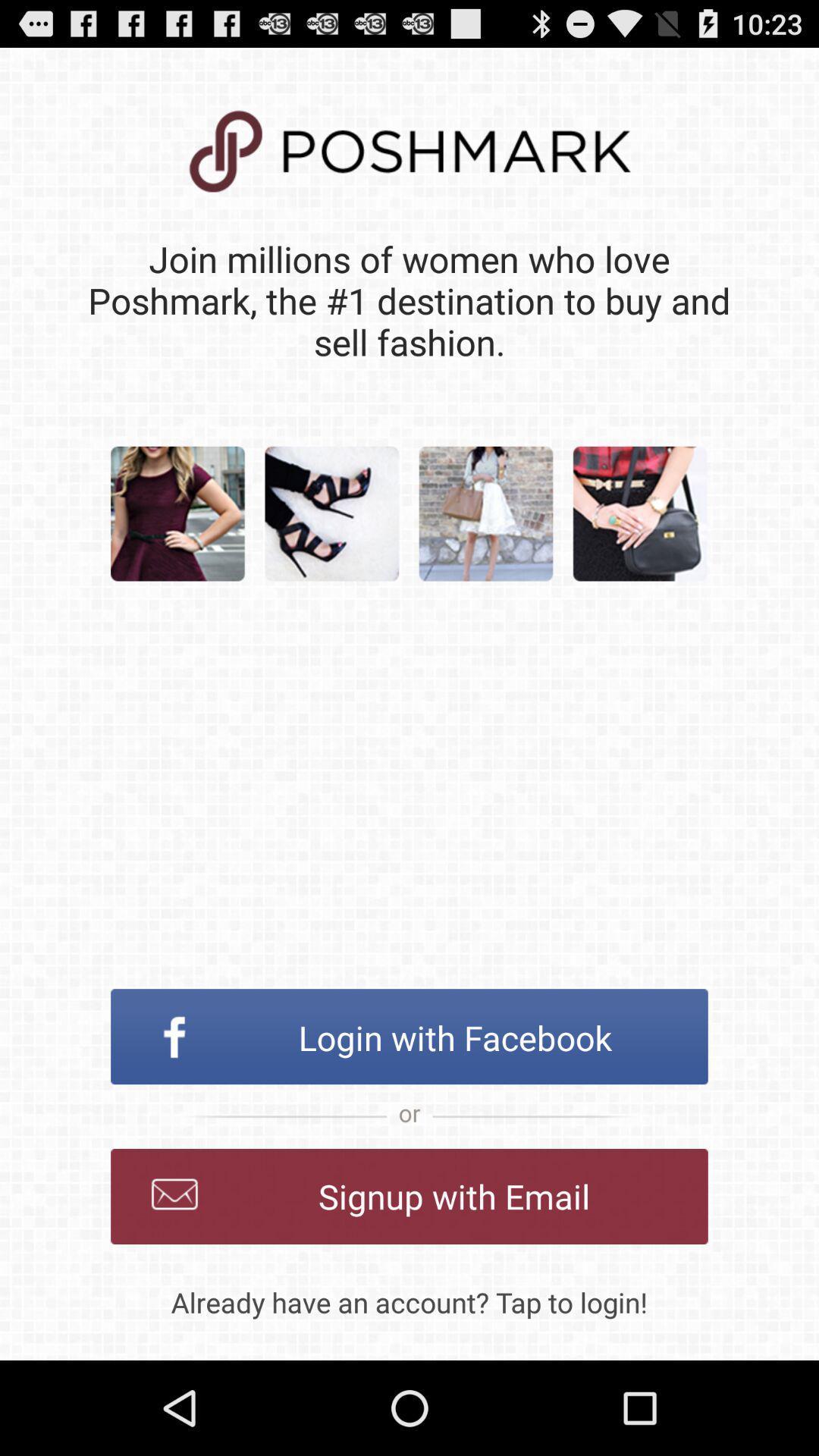  What do you see at coordinates (409, 1196) in the screenshot?
I see `icon below the or icon` at bounding box center [409, 1196].